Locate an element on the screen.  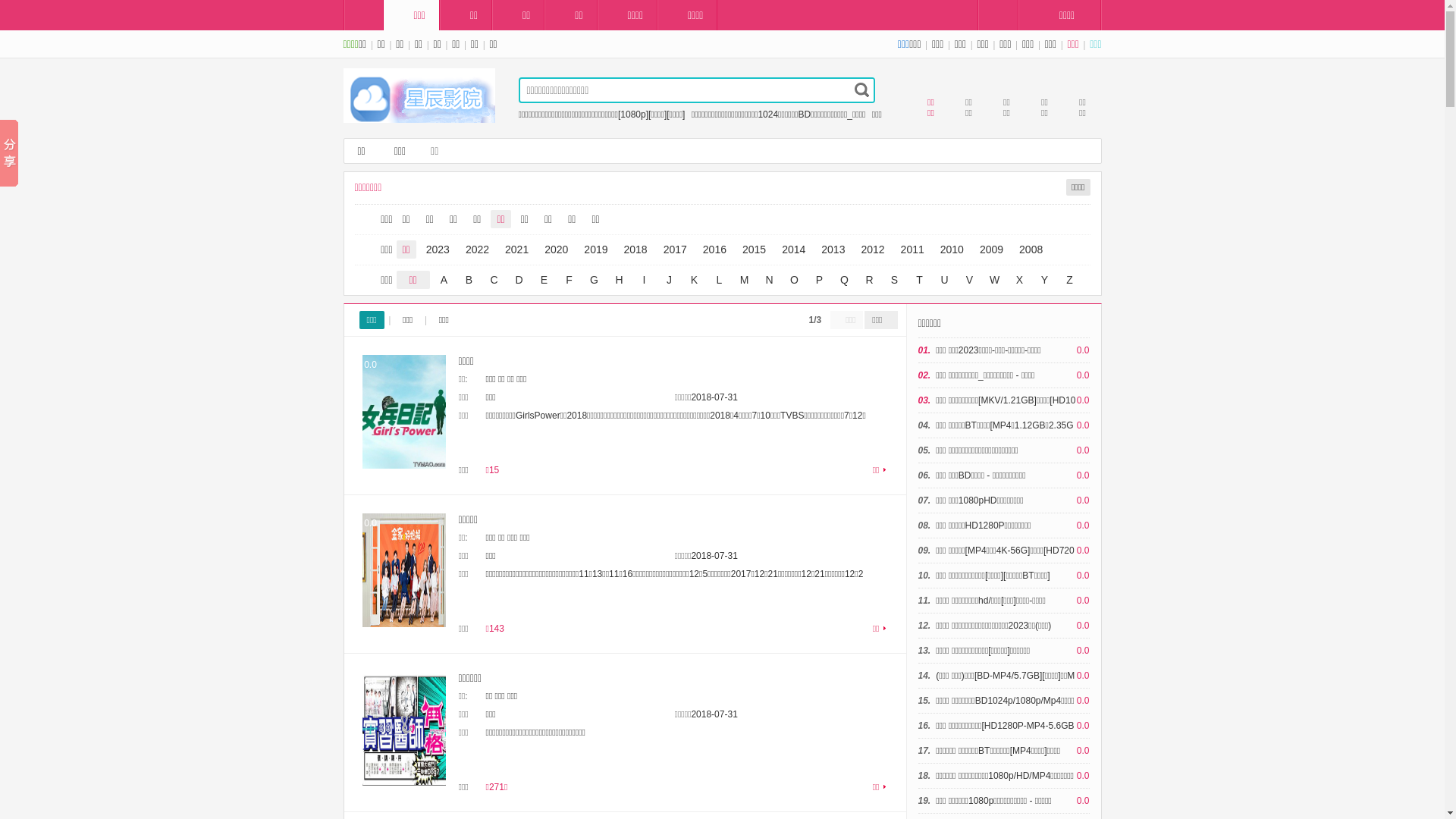
'C' is located at coordinates (494, 280).